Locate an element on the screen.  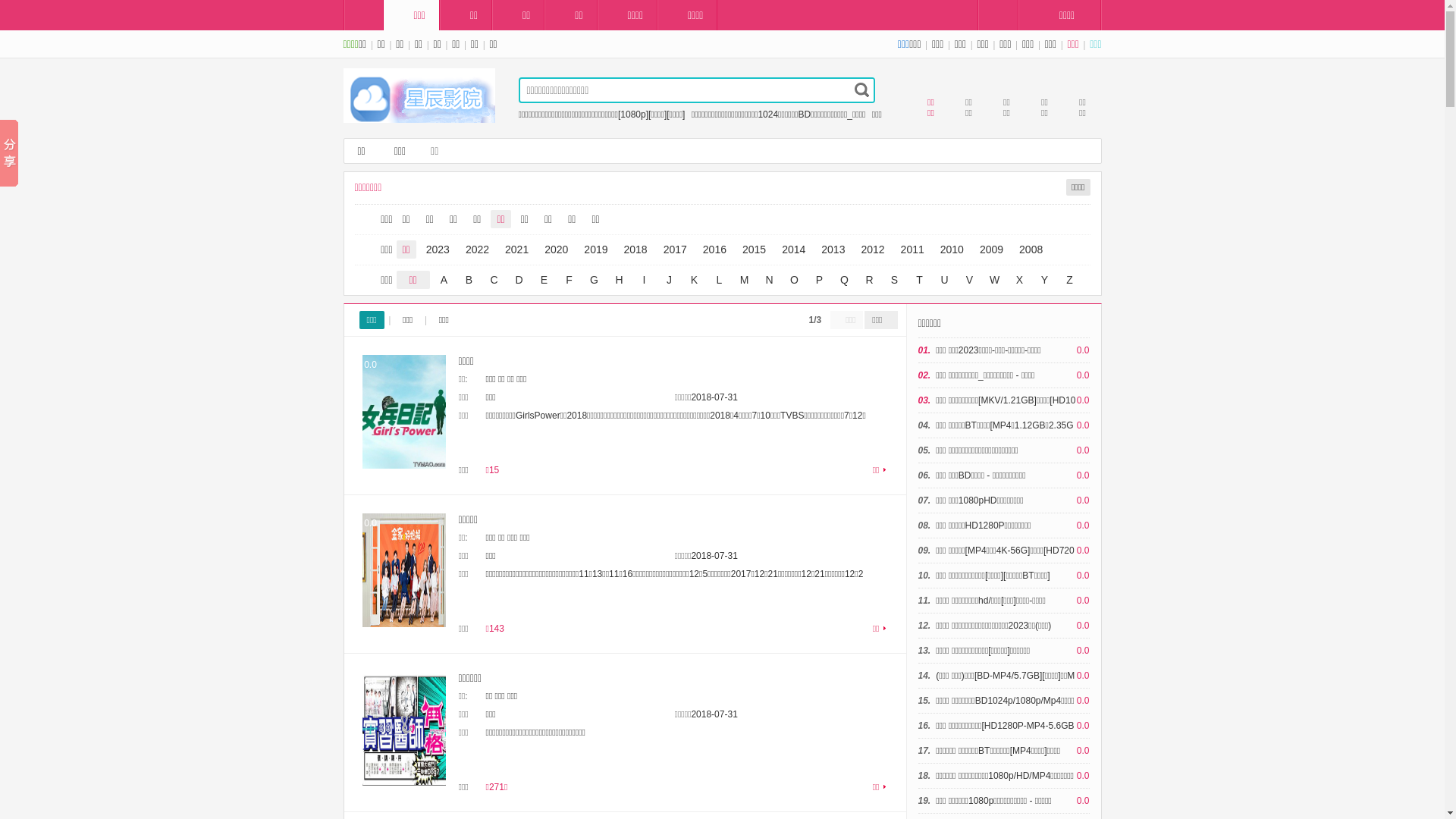
'C' is located at coordinates (494, 280).